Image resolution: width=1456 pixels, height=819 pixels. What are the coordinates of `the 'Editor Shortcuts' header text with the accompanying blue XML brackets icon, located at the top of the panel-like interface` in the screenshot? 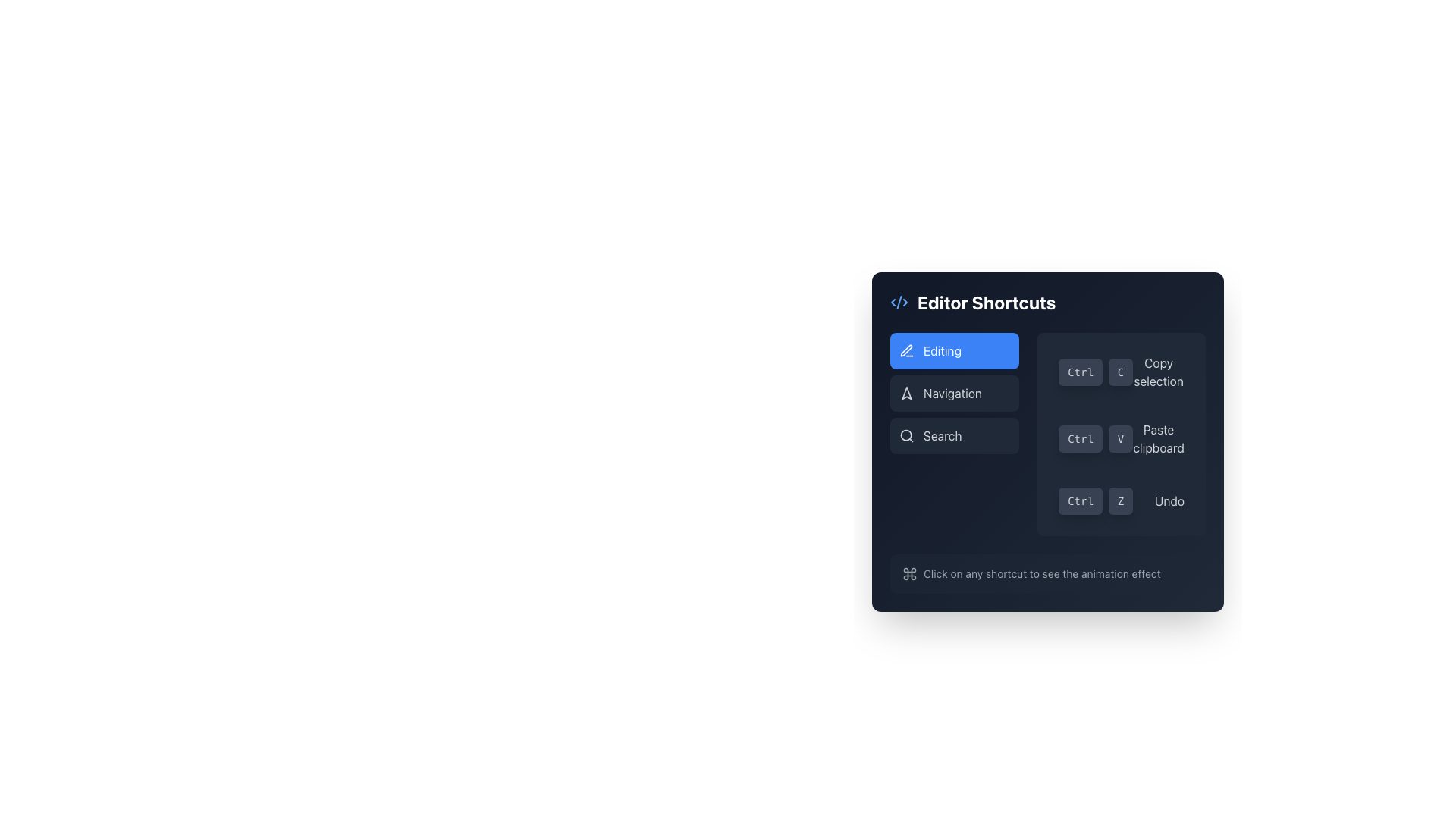 It's located at (1047, 302).